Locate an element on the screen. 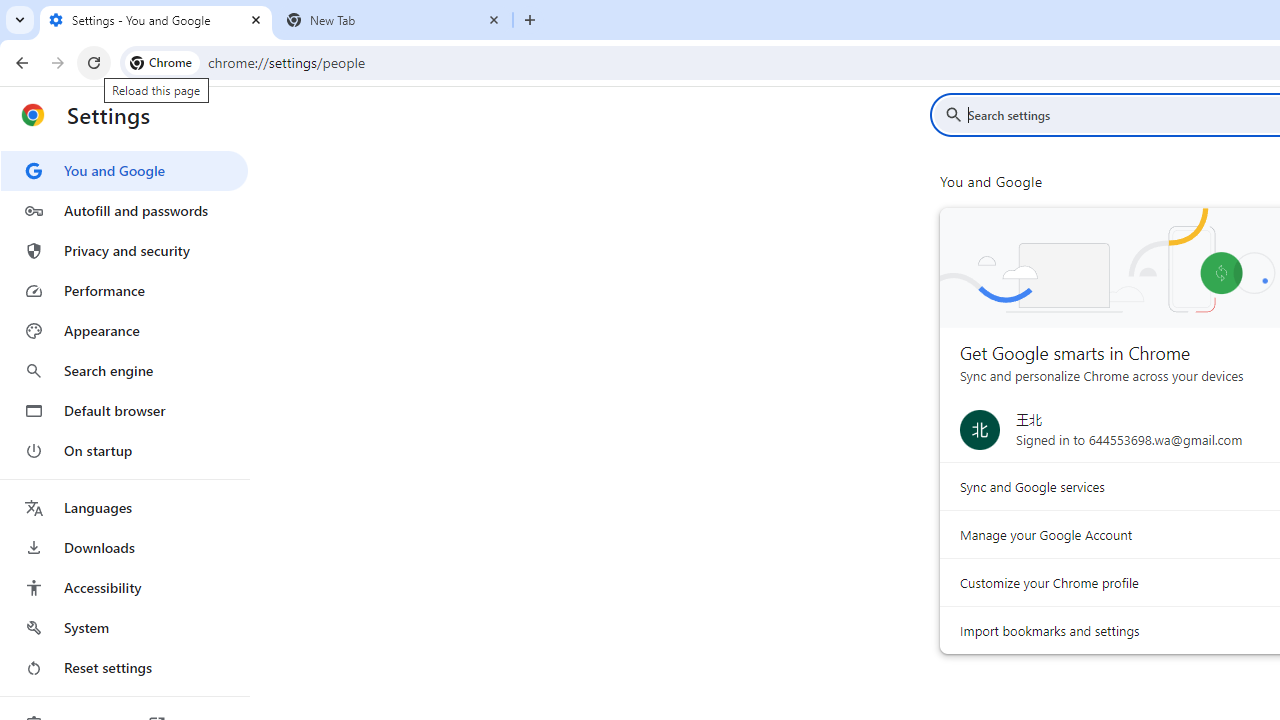 Image resolution: width=1280 pixels, height=720 pixels. 'Privacy and security' is located at coordinates (123, 249).